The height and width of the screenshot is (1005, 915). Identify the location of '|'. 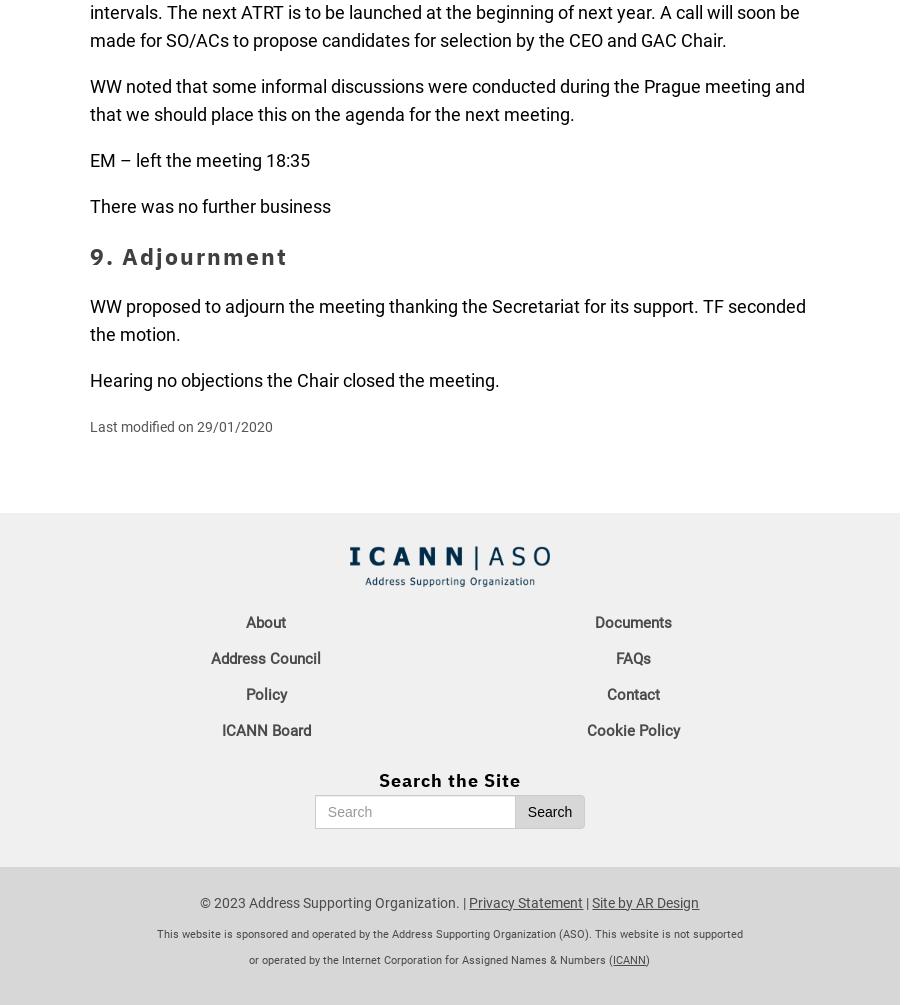
(586, 900).